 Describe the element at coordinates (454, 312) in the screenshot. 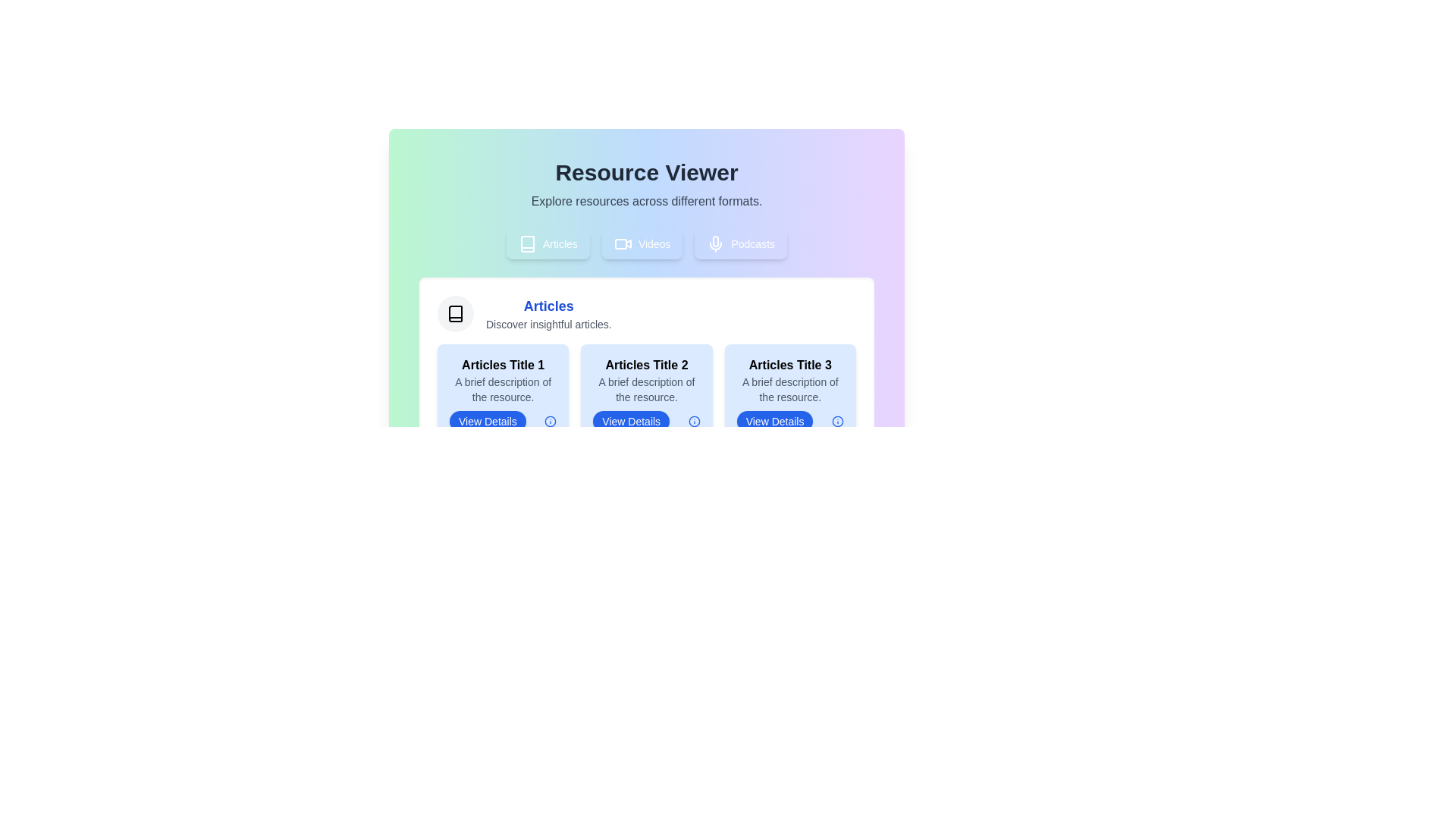

I see `the Icon button representing articles, located near the top-left corner of the main content area, adjacent to the title 'Articles'` at that location.